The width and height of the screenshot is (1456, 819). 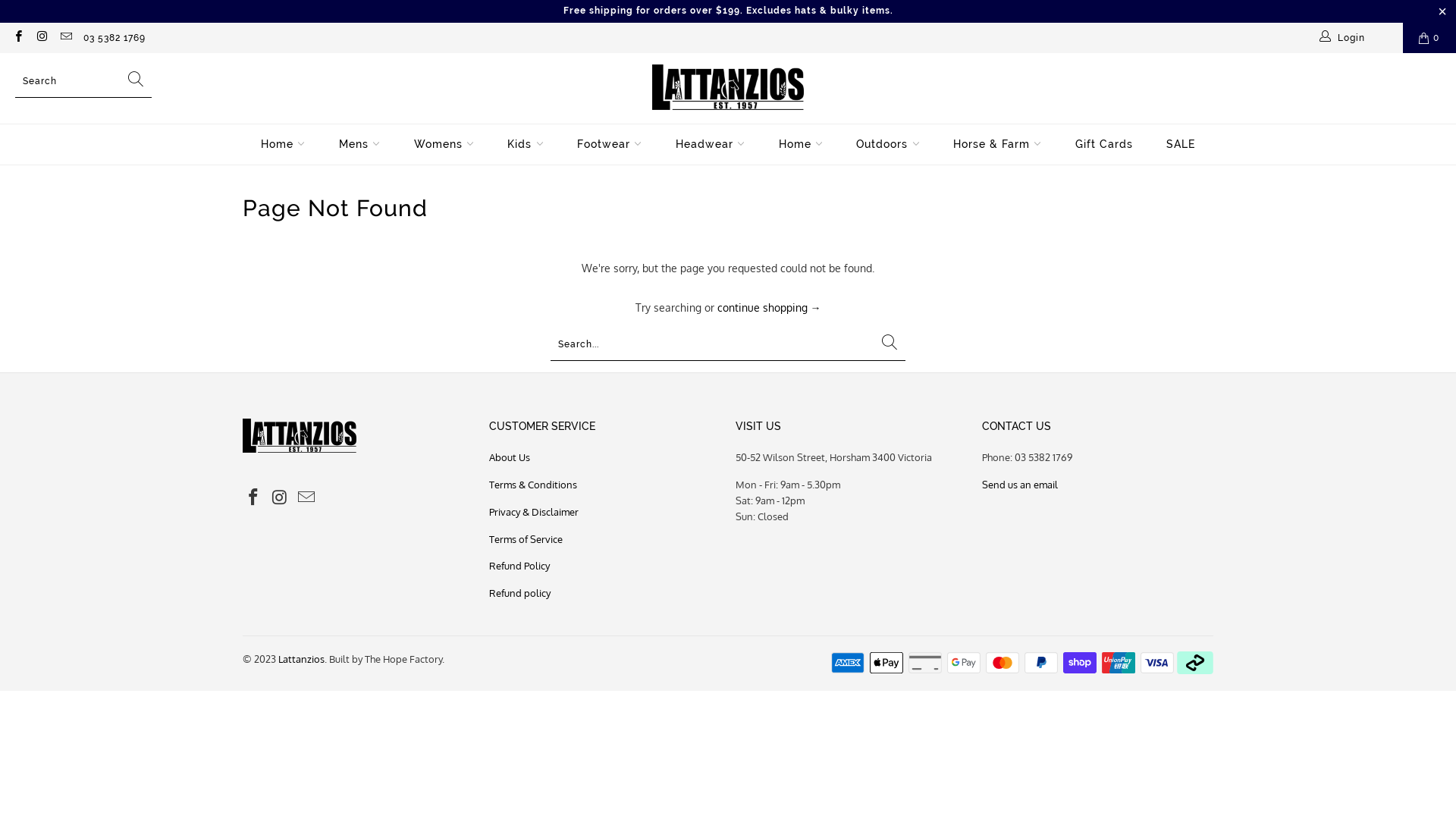 I want to click on 'Home', so click(x=261, y=144).